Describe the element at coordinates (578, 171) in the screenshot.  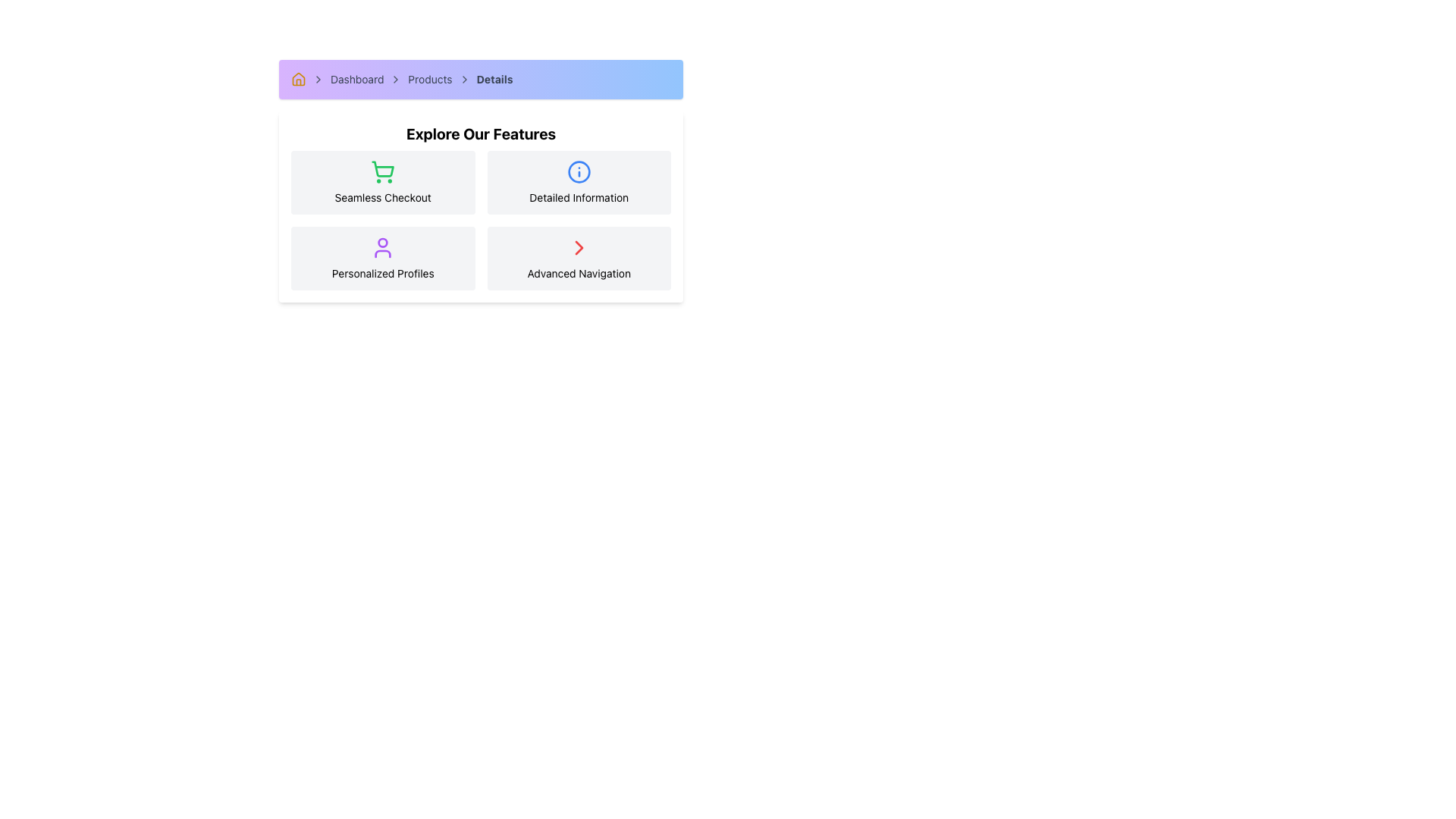
I see `the SVG circle component of the 'i' symbol in the information icon, which is part of the 'Detailed Information' feature within the 'Explore Our Features' grid layout` at that location.